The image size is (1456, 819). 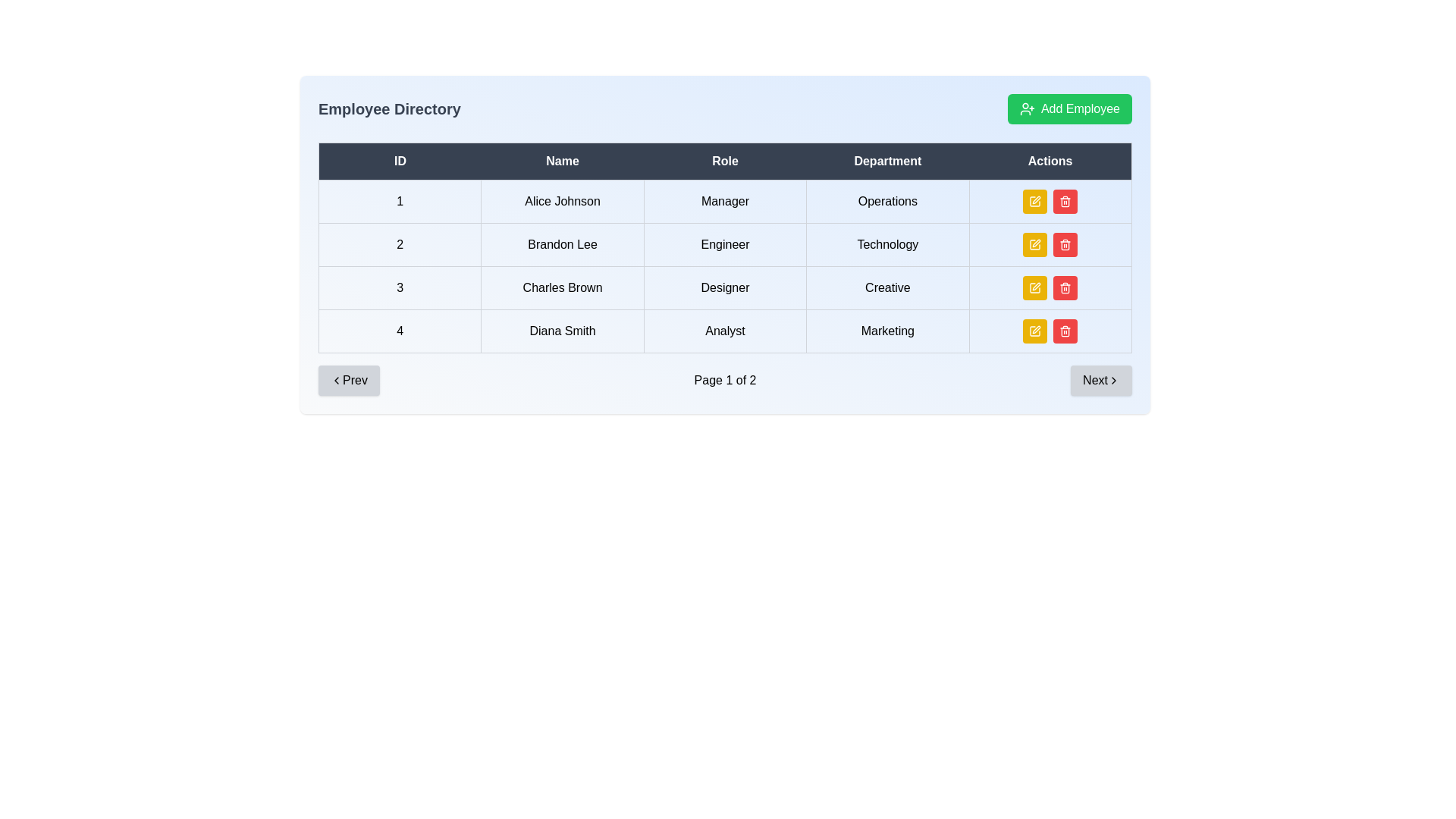 I want to click on the 'Operations' text display cell element in the table layout under the 'Department' column, which corresponds to the row for Alice Johnson as Manager, so click(x=887, y=201).